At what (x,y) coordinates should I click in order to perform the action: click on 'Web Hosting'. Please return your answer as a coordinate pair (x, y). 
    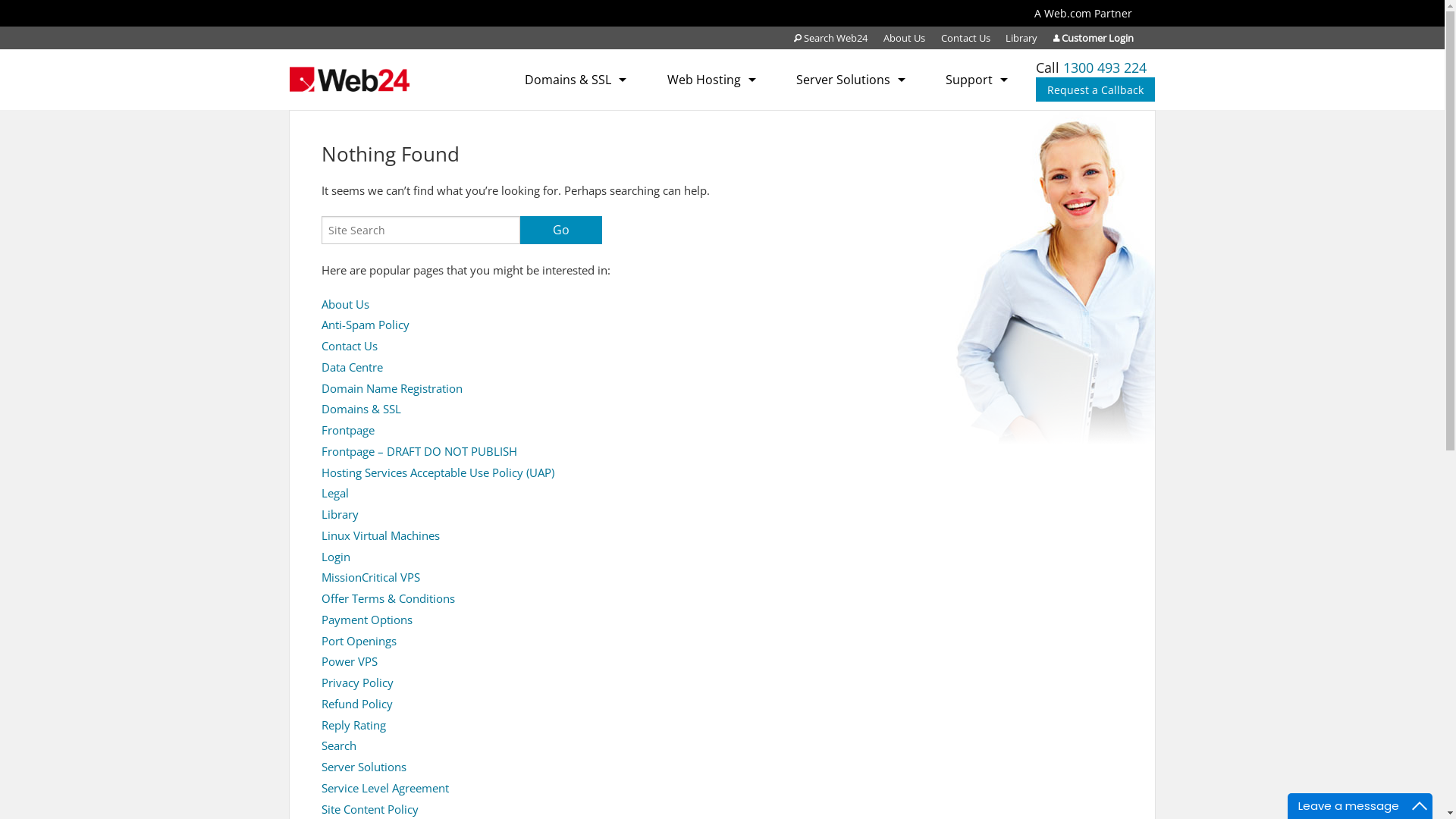
    Looking at the image, I should click on (710, 79).